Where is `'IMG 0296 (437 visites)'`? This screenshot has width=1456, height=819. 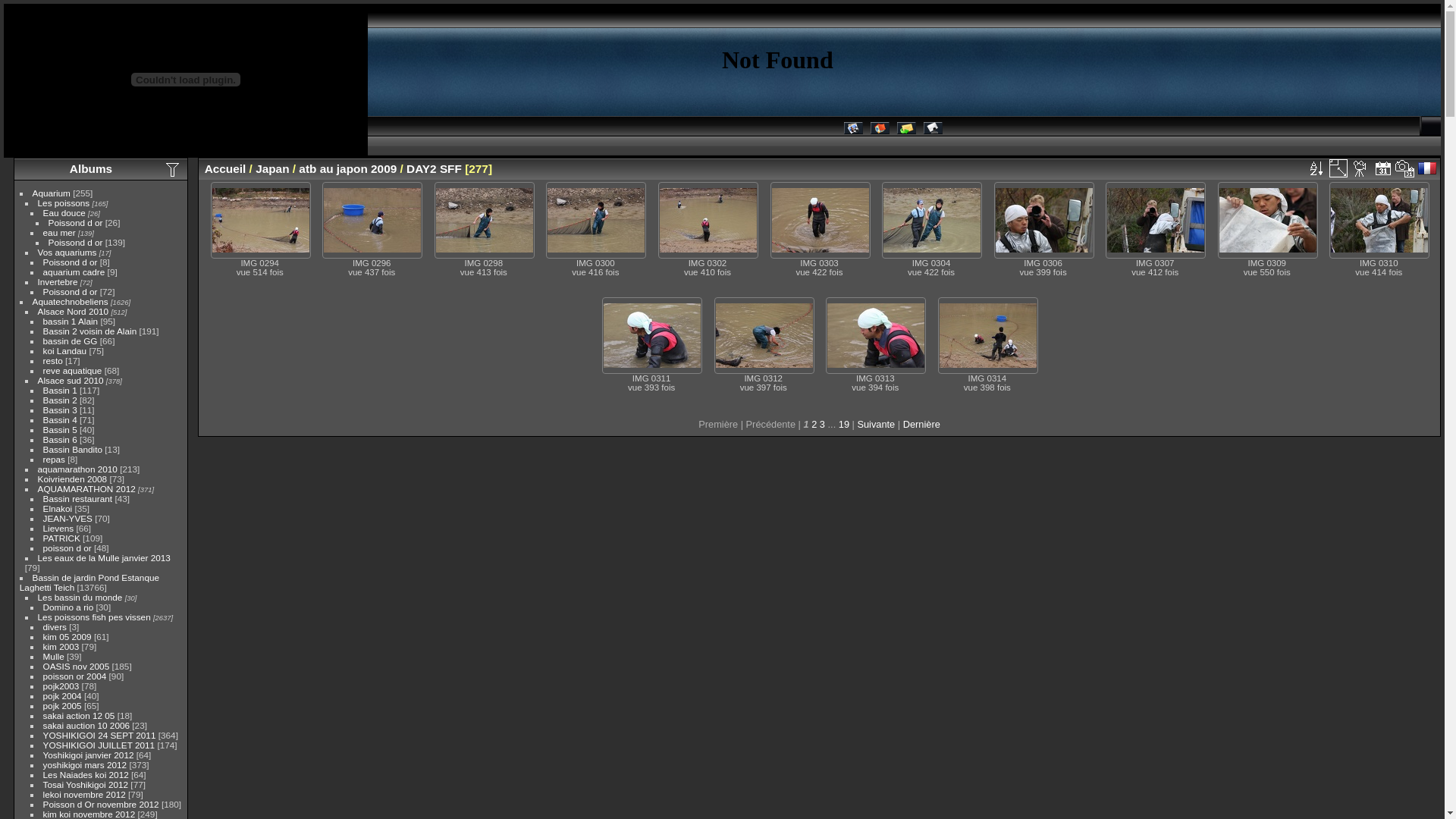
'IMG 0296 (437 visites)' is located at coordinates (372, 220).